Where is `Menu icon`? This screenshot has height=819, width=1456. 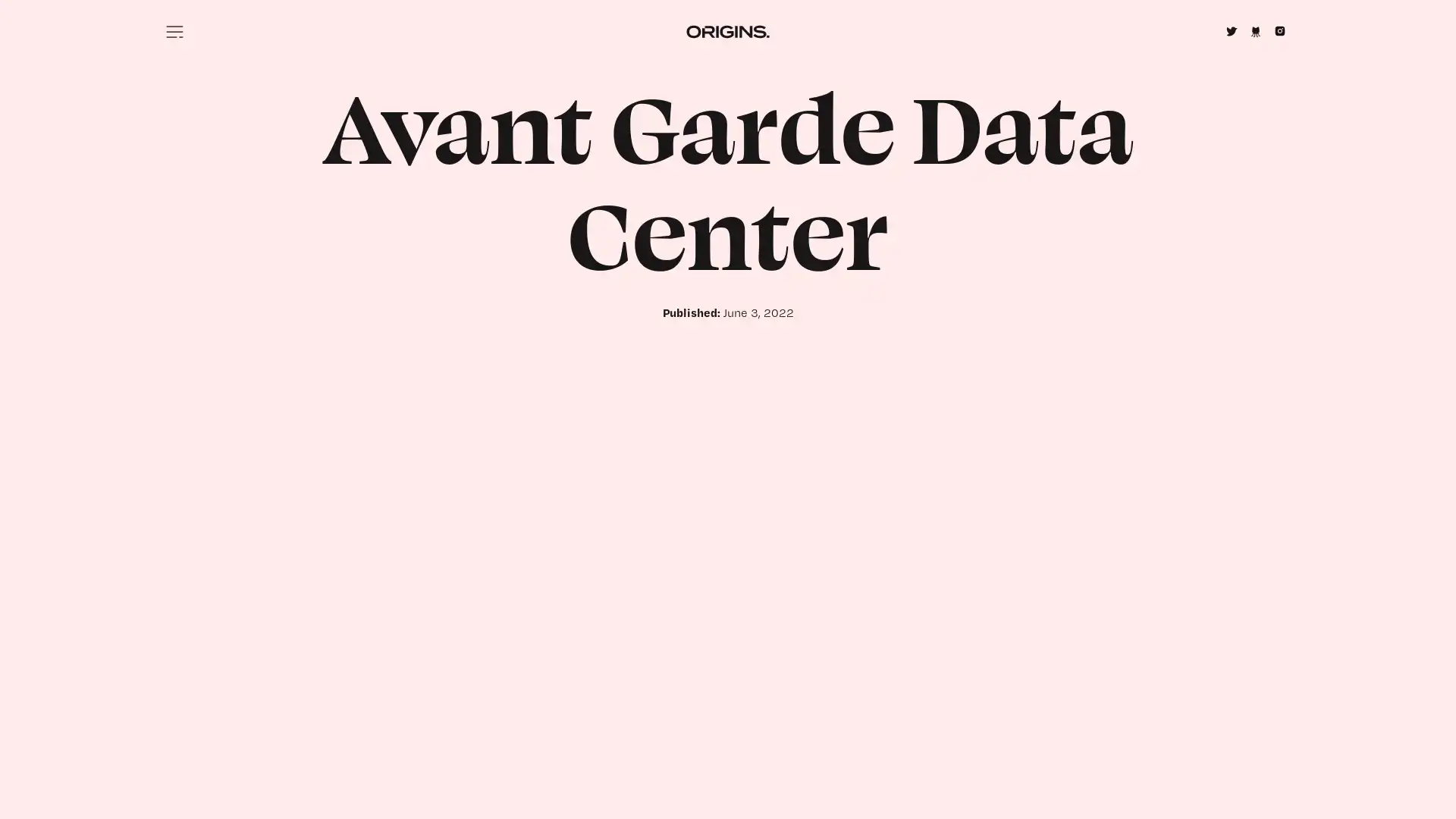
Menu icon is located at coordinates (174, 32).